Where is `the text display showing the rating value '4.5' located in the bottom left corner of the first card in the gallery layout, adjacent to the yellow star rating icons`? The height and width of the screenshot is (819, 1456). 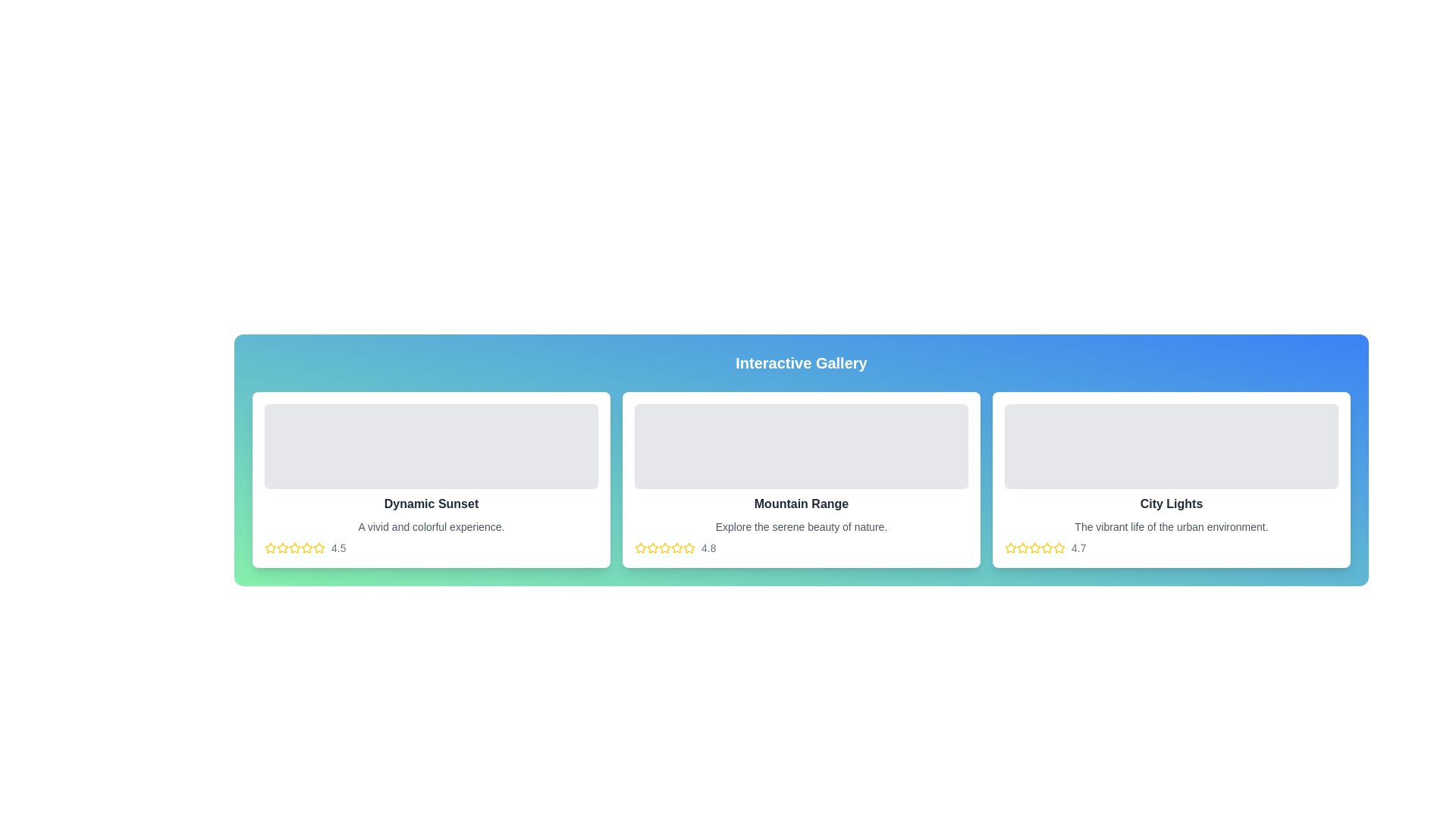
the text display showing the rating value '4.5' located in the bottom left corner of the first card in the gallery layout, adjacent to the yellow star rating icons is located at coordinates (337, 548).